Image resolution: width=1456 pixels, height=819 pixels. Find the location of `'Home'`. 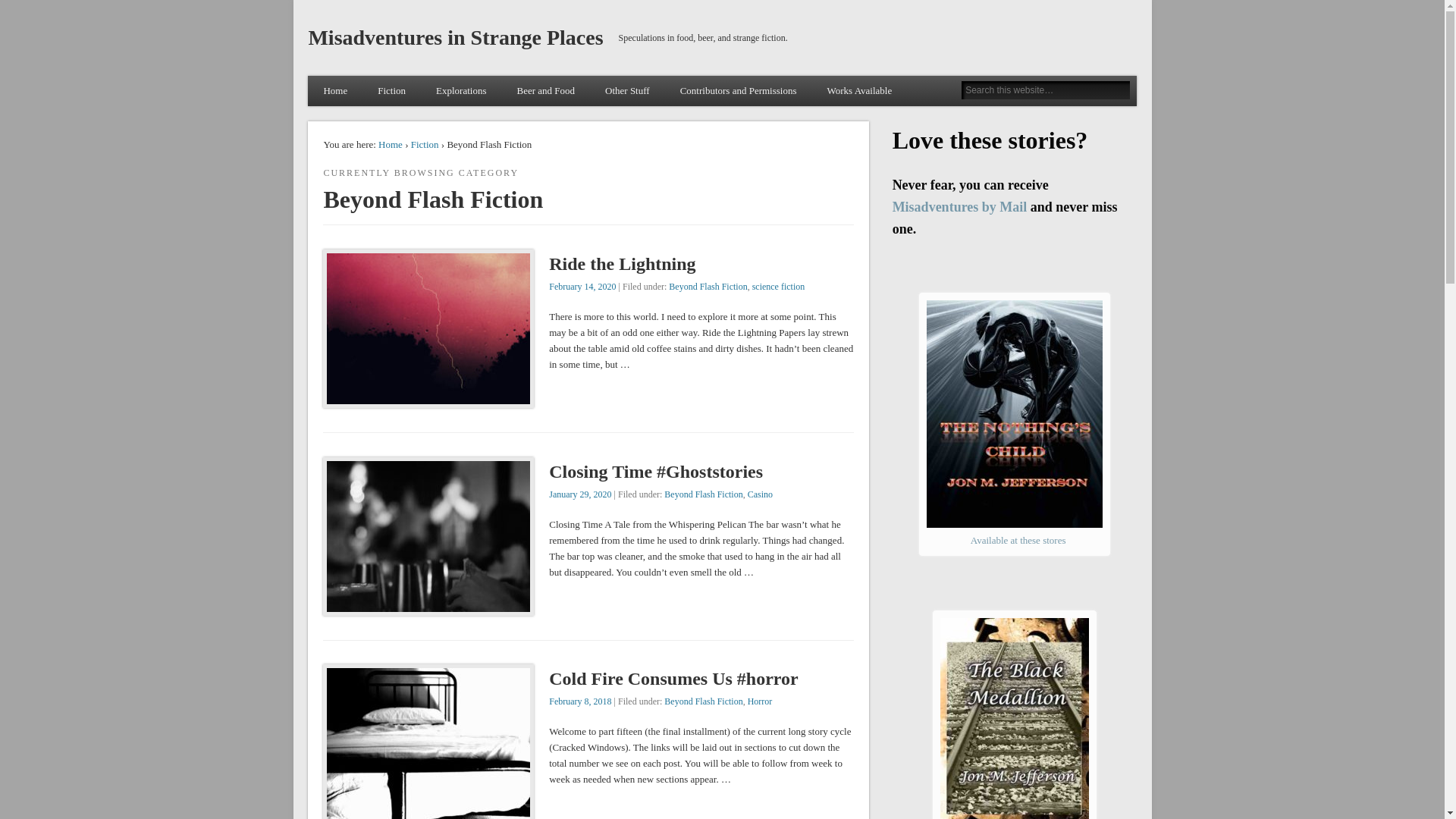

'Home' is located at coordinates (390, 144).